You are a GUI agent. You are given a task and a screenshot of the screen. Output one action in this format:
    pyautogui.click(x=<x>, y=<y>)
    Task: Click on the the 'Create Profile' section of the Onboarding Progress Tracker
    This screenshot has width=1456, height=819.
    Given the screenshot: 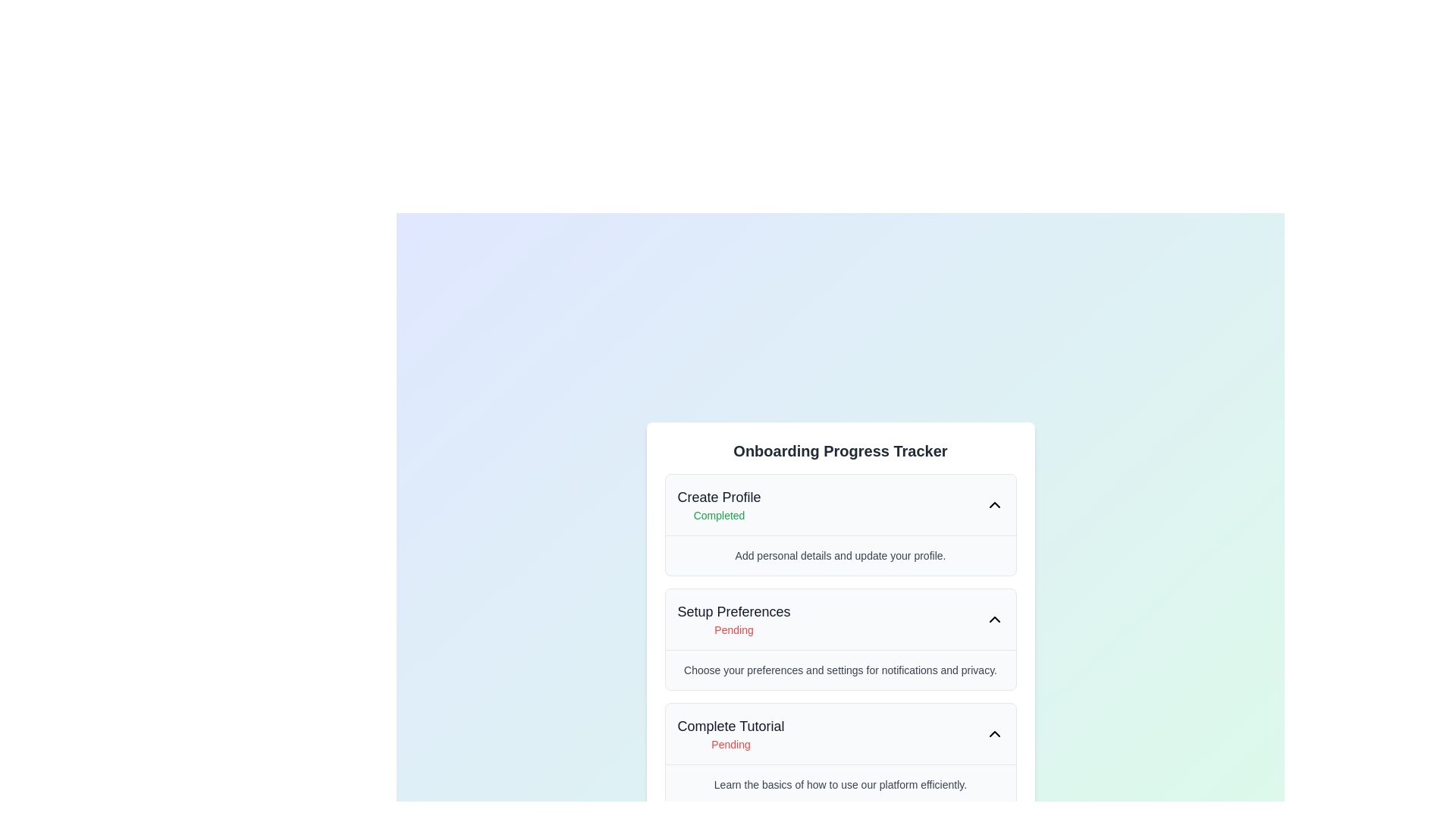 What is the action you would take?
    pyautogui.click(x=839, y=523)
    